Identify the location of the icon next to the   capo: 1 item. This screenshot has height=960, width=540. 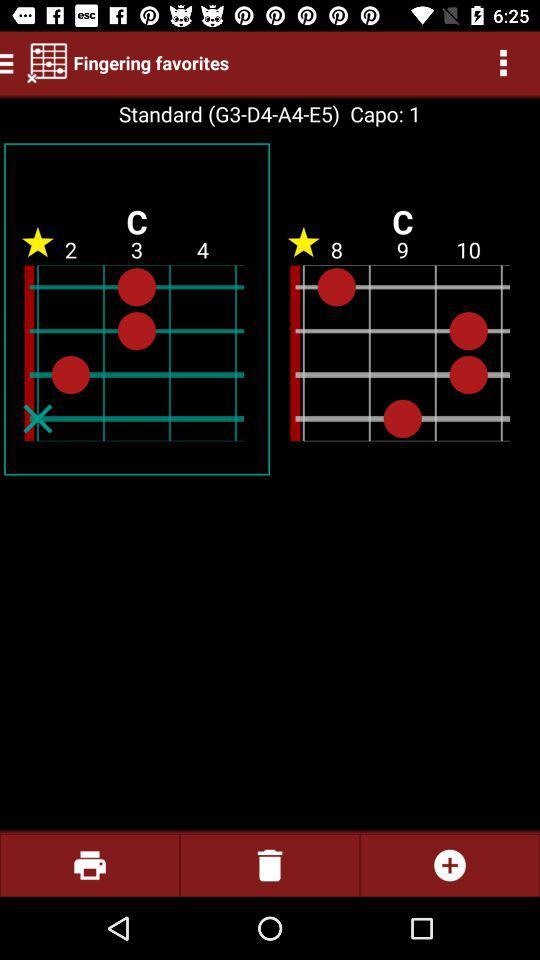
(228, 114).